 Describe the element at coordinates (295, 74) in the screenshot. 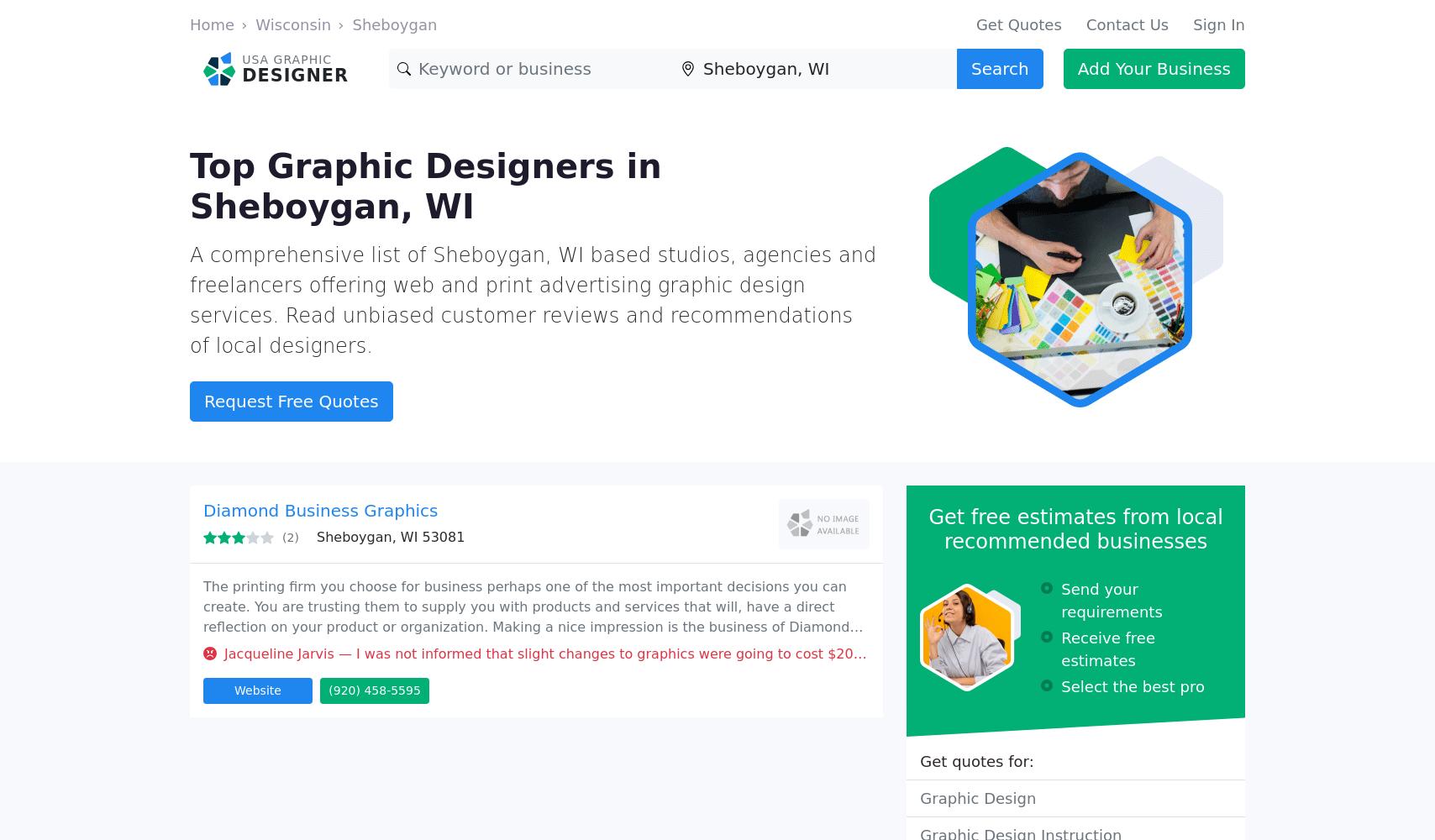

I see `'Designer'` at that location.